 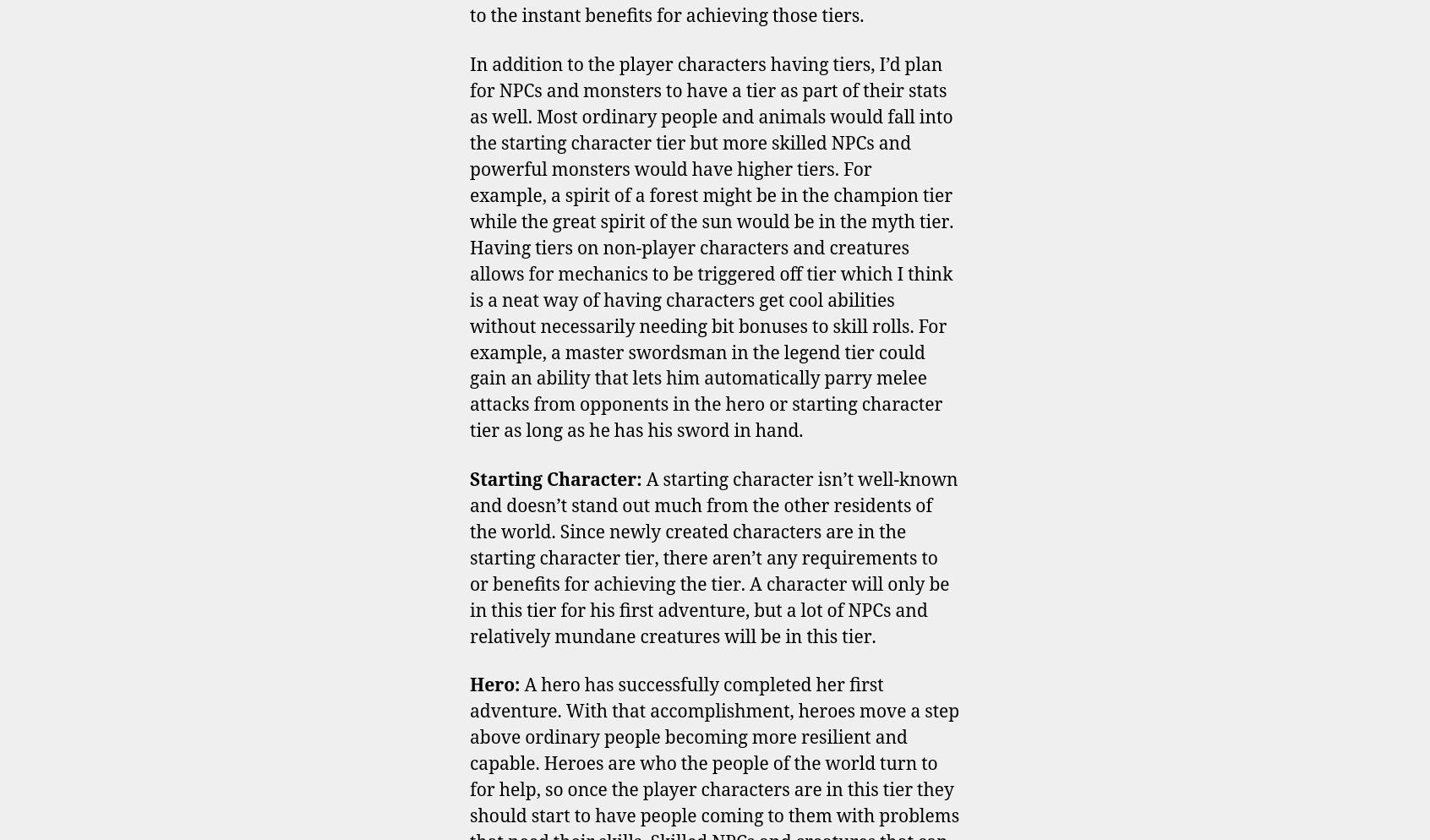 I want to click on 'Leave a Reply', so click(x=712, y=638).